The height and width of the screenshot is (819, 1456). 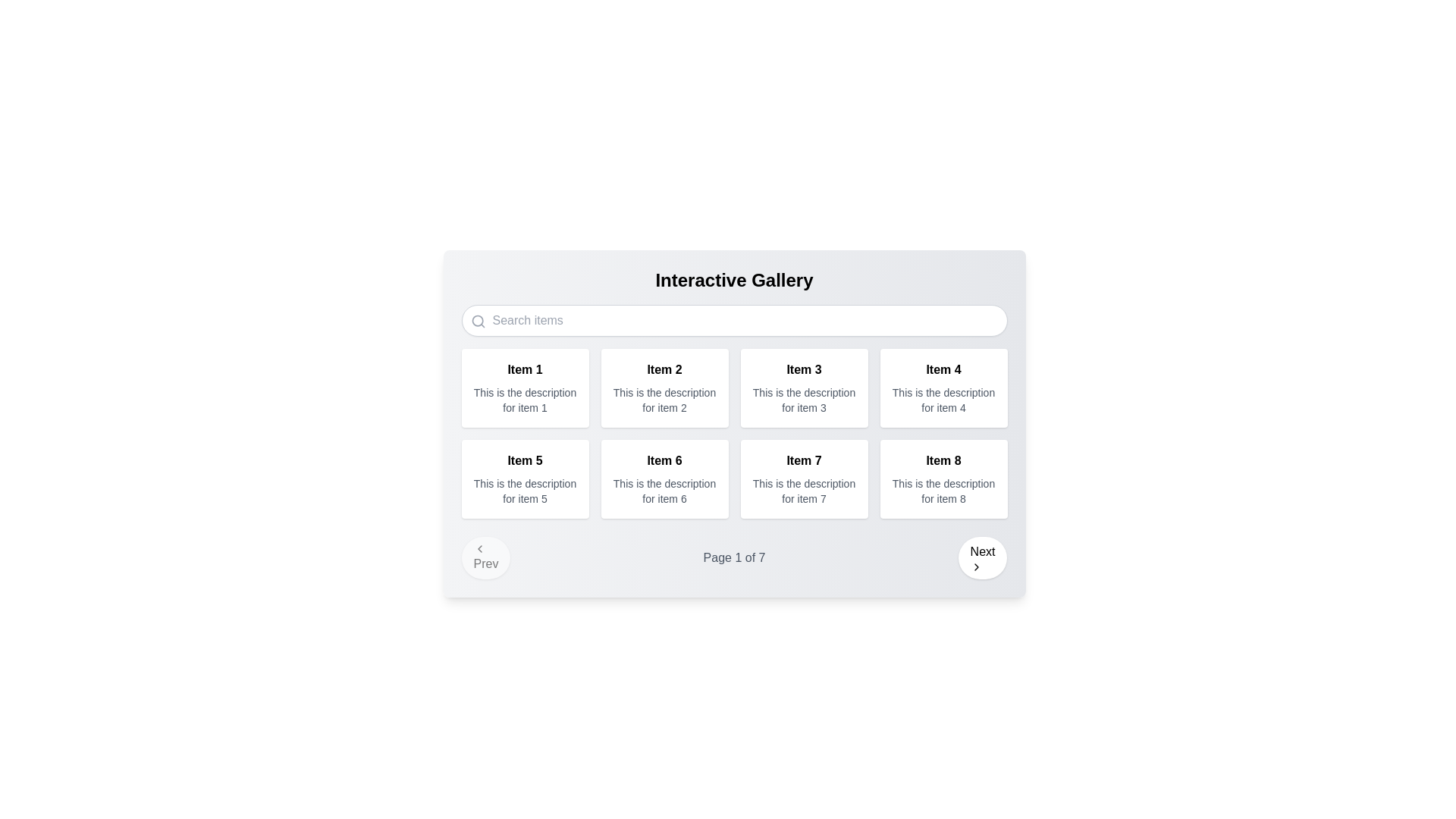 What do you see at coordinates (943, 460) in the screenshot?
I see `the 'Item 8' text label` at bounding box center [943, 460].